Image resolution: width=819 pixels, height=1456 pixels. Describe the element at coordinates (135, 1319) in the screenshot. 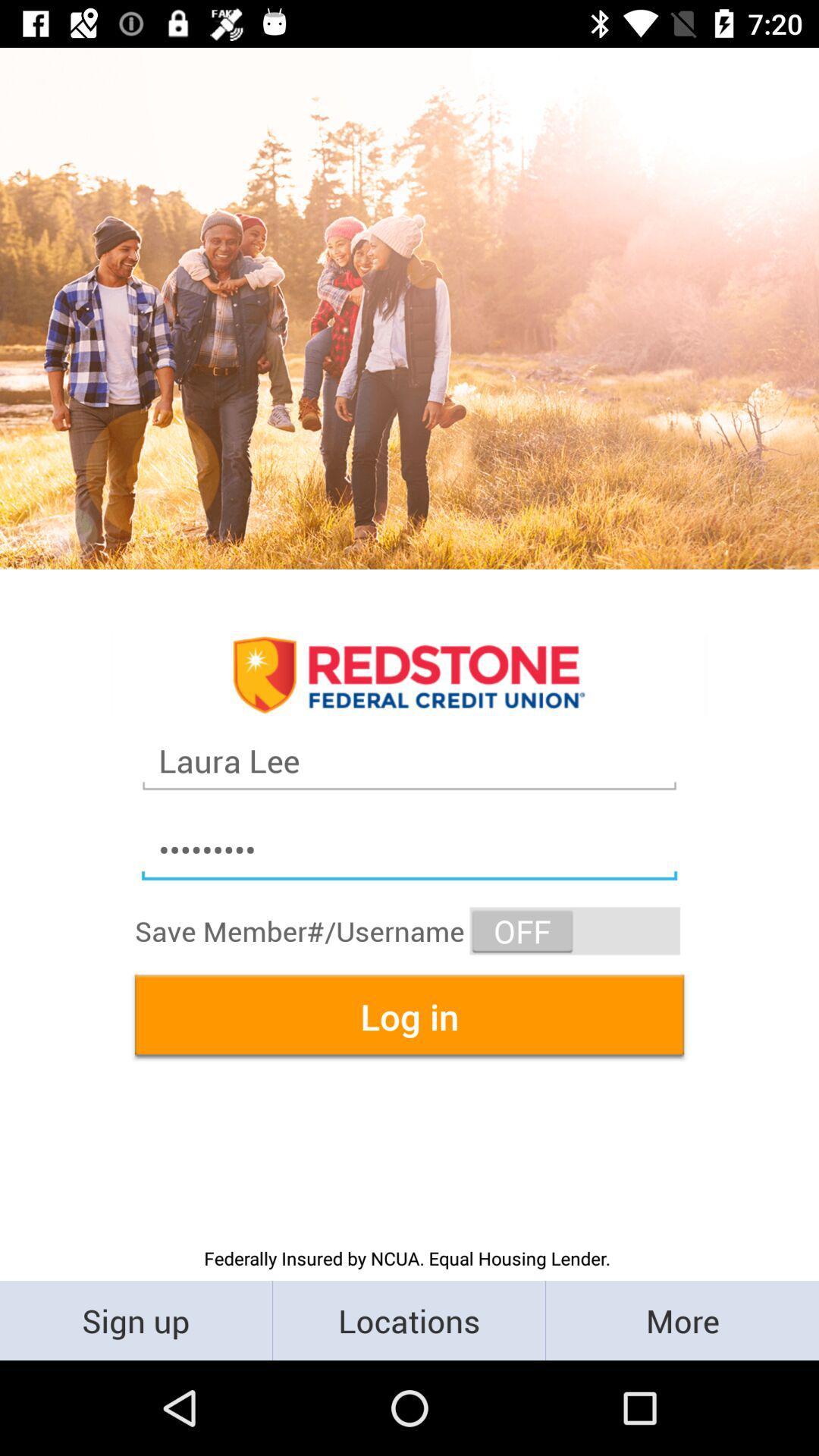

I see `the sign up icon` at that location.